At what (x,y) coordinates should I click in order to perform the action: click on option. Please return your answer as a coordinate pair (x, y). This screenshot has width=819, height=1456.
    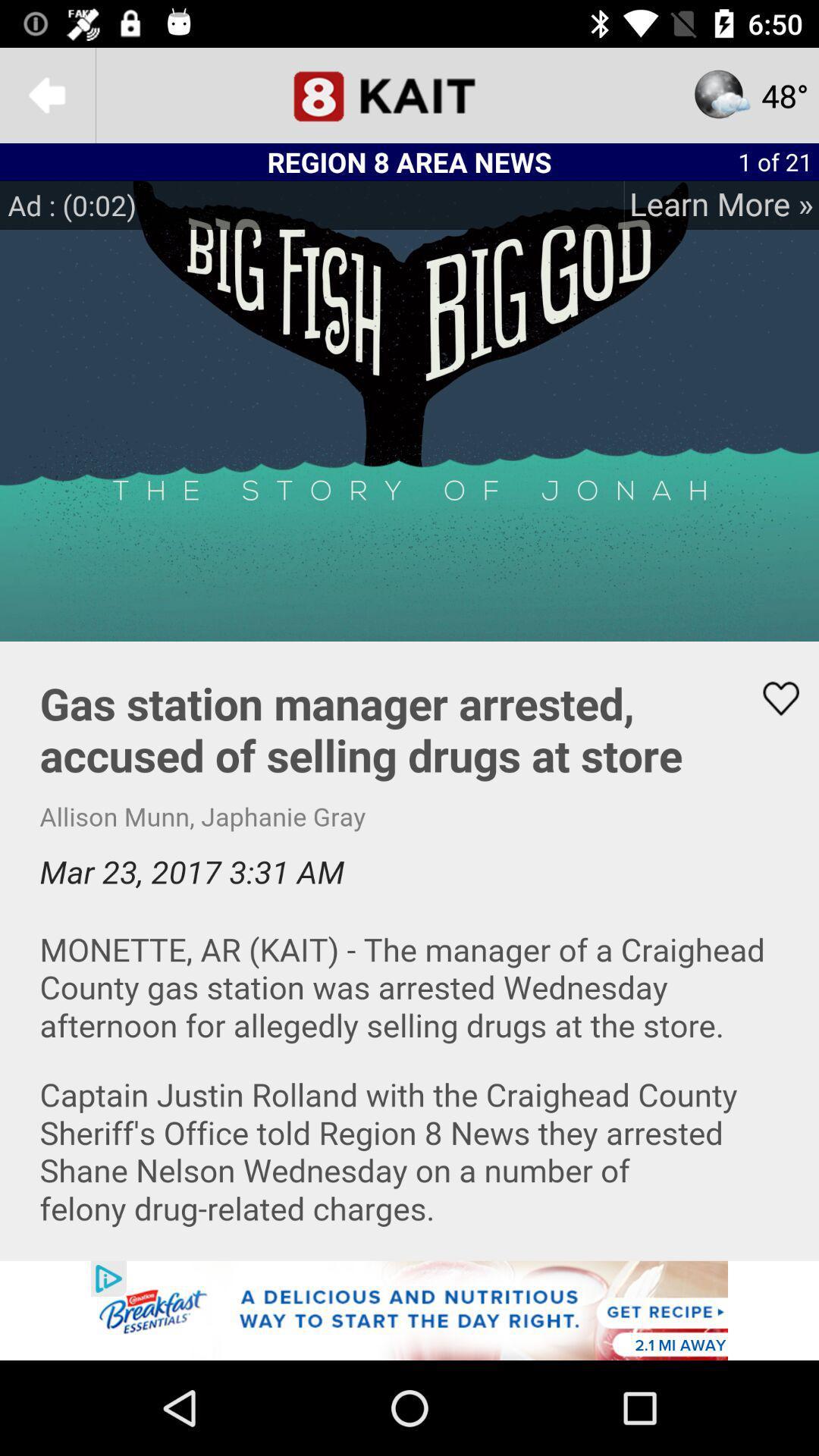
    Looking at the image, I should click on (409, 1310).